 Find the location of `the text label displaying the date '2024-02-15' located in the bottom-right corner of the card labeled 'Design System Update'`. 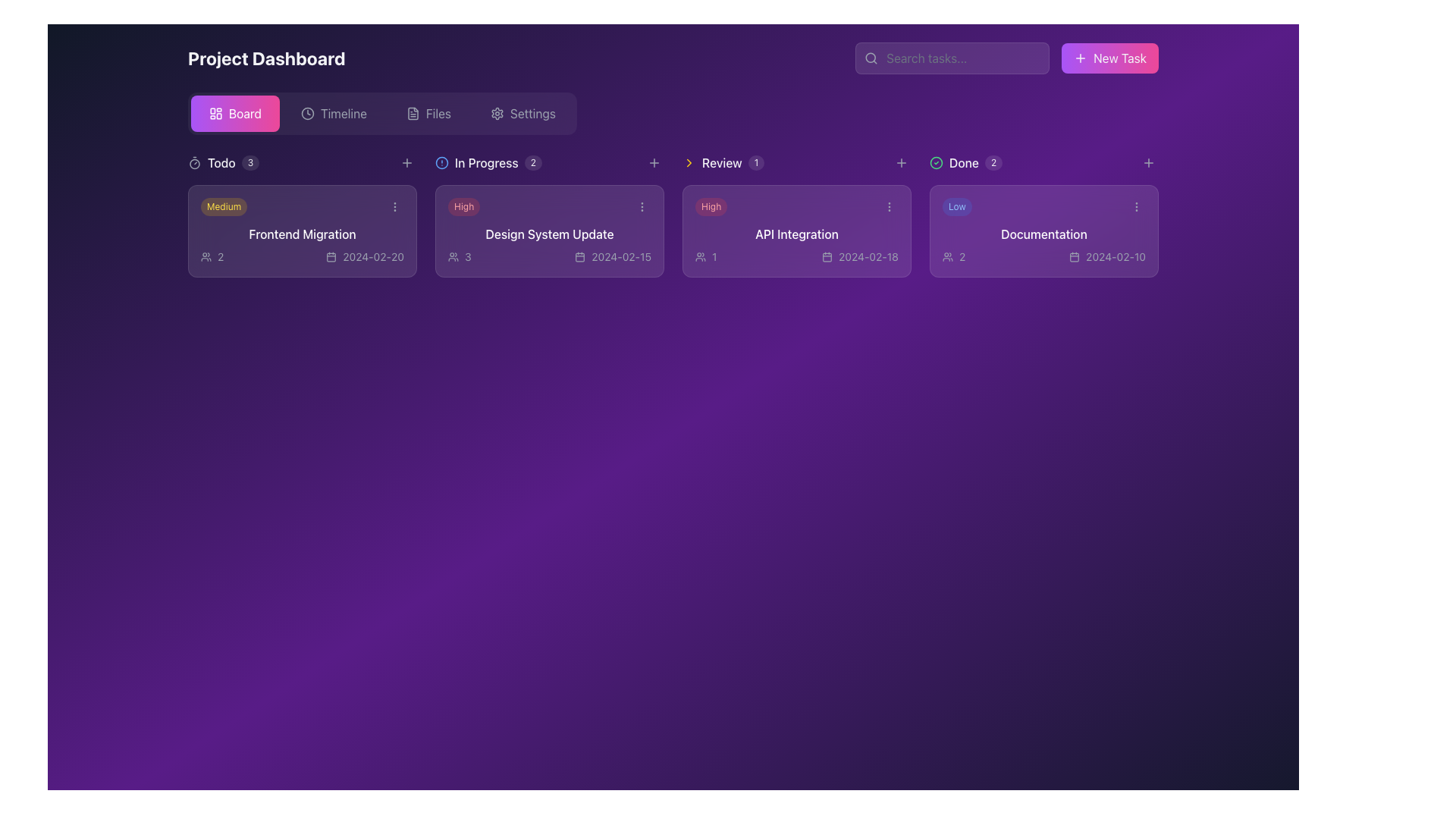

the text label displaying the date '2024-02-15' located in the bottom-right corner of the card labeled 'Design System Update' is located at coordinates (621, 256).